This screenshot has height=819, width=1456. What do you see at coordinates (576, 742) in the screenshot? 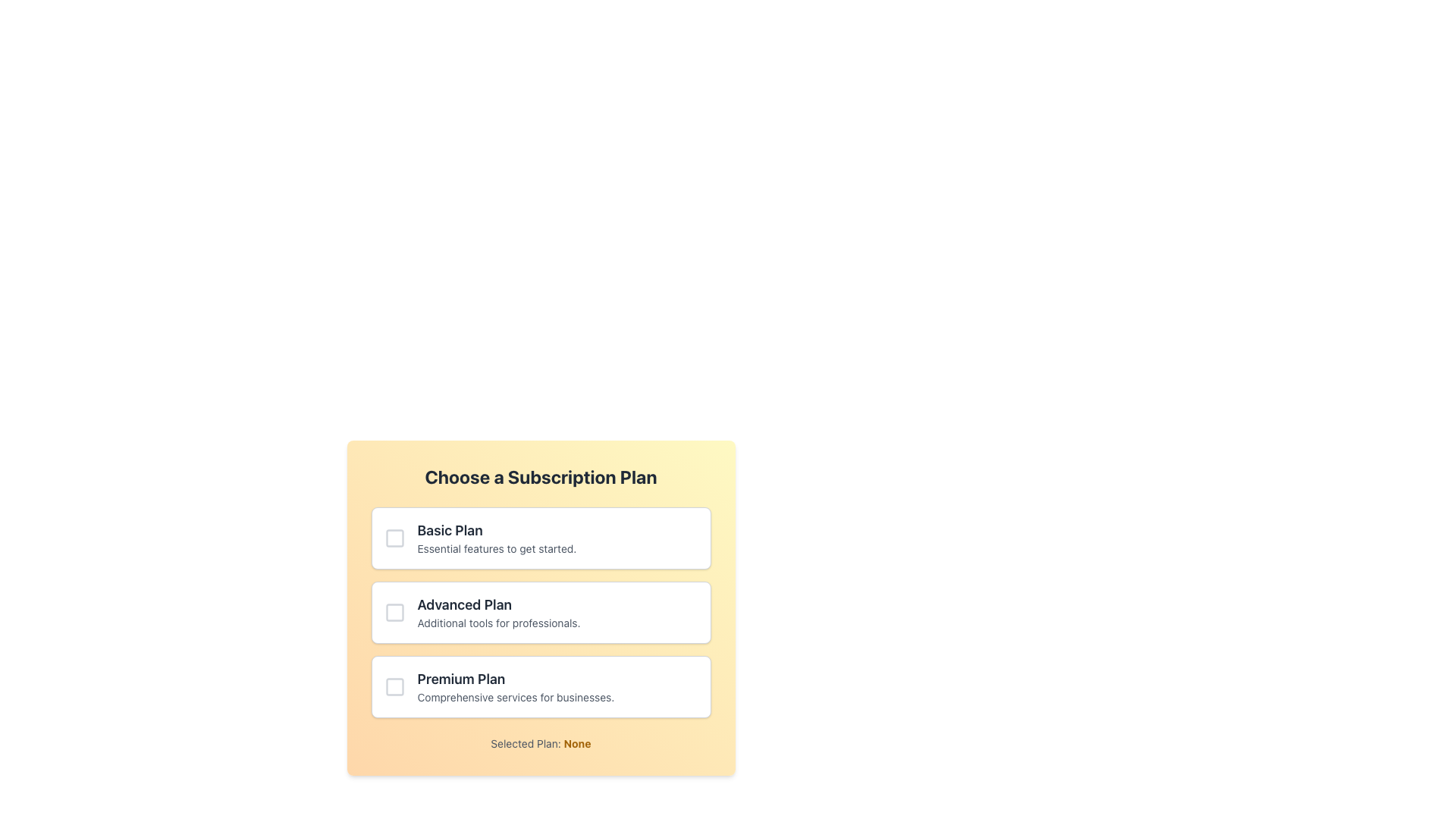
I see `text content of the element displaying the currently selected subscription plan, which shows 'None' when no plan is selected` at bounding box center [576, 742].